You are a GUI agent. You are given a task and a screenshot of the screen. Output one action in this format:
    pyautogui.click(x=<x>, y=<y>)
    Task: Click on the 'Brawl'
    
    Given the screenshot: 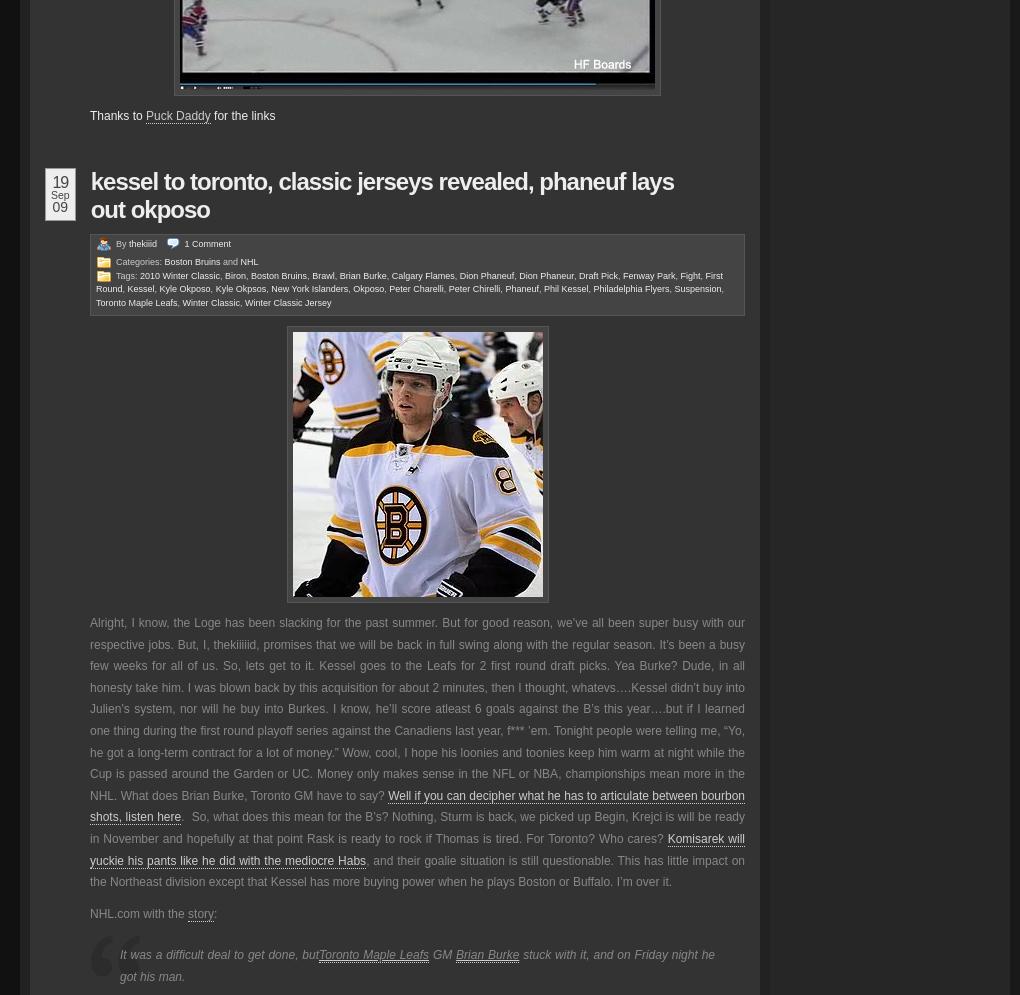 What is the action you would take?
    pyautogui.click(x=323, y=274)
    